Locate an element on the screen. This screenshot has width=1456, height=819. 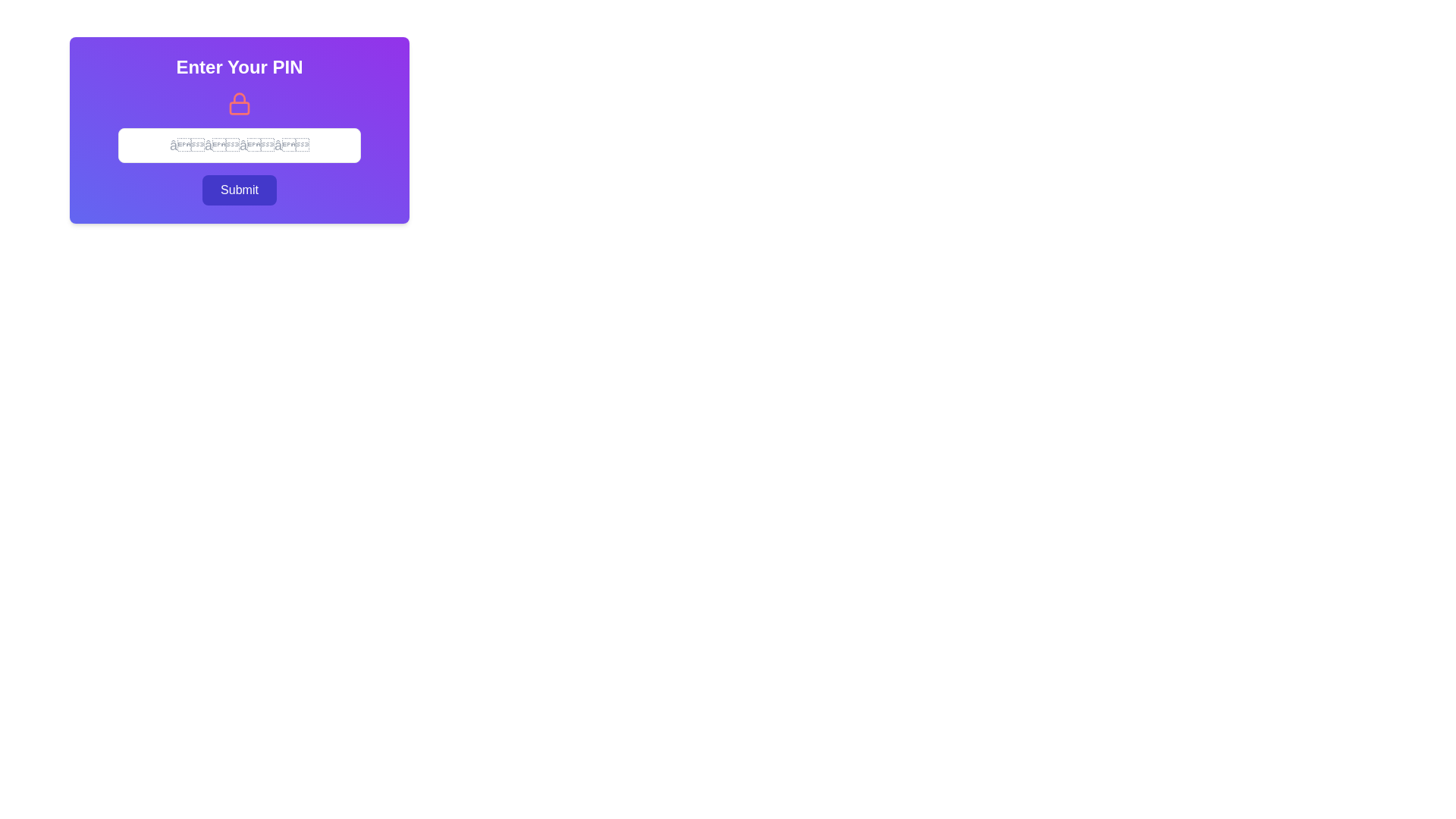
the informative heading Text Label that instructs users to enter their PIN, positioned centrally above the lock icon in the card component is located at coordinates (239, 66).